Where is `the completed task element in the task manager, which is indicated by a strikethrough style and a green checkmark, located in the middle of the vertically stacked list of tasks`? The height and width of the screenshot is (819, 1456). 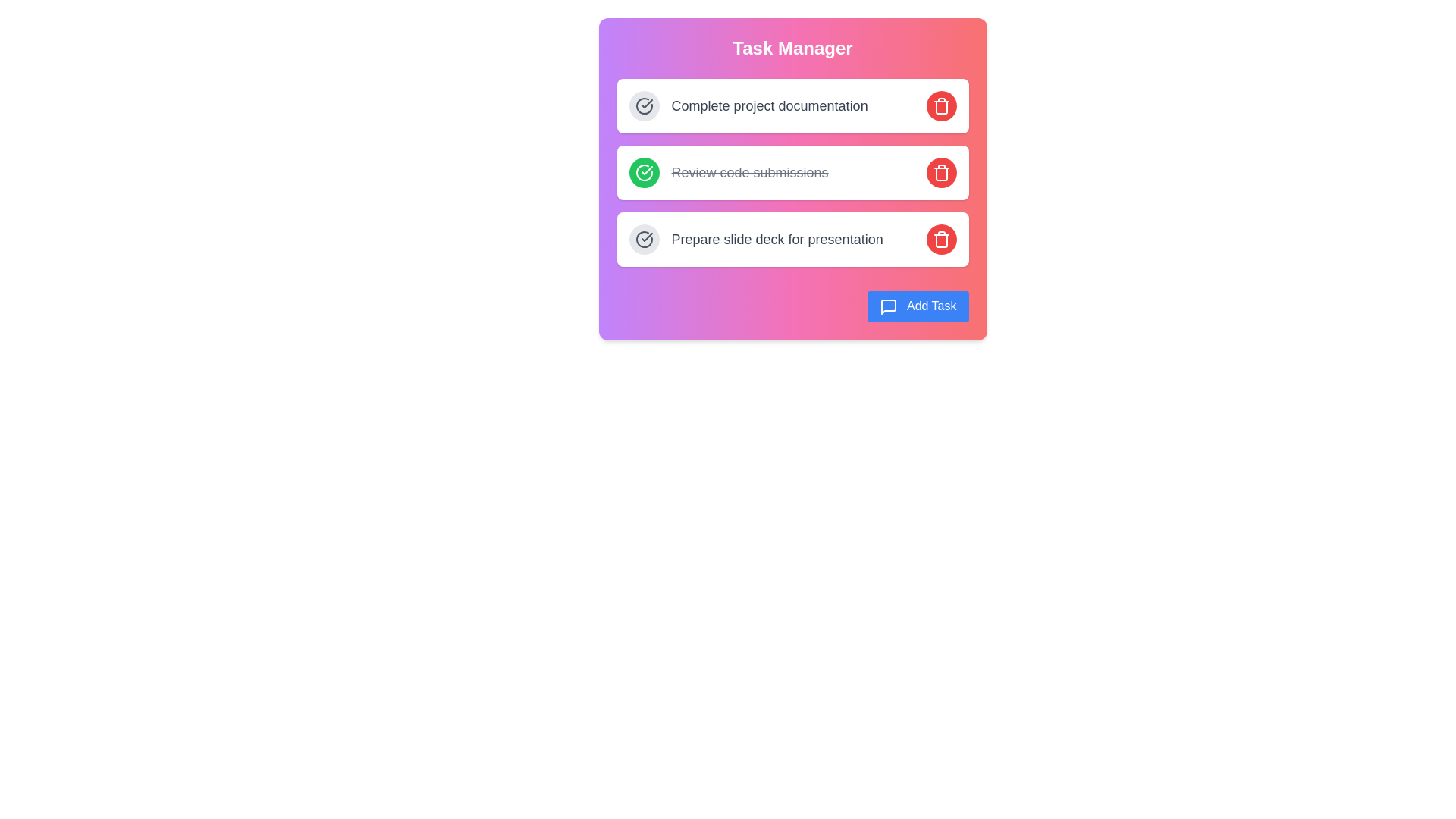 the completed task element in the task manager, which is indicated by a strikethrough style and a green checkmark, located in the middle of the vertically stacked list of tasks is located at coordinates (728, 171).